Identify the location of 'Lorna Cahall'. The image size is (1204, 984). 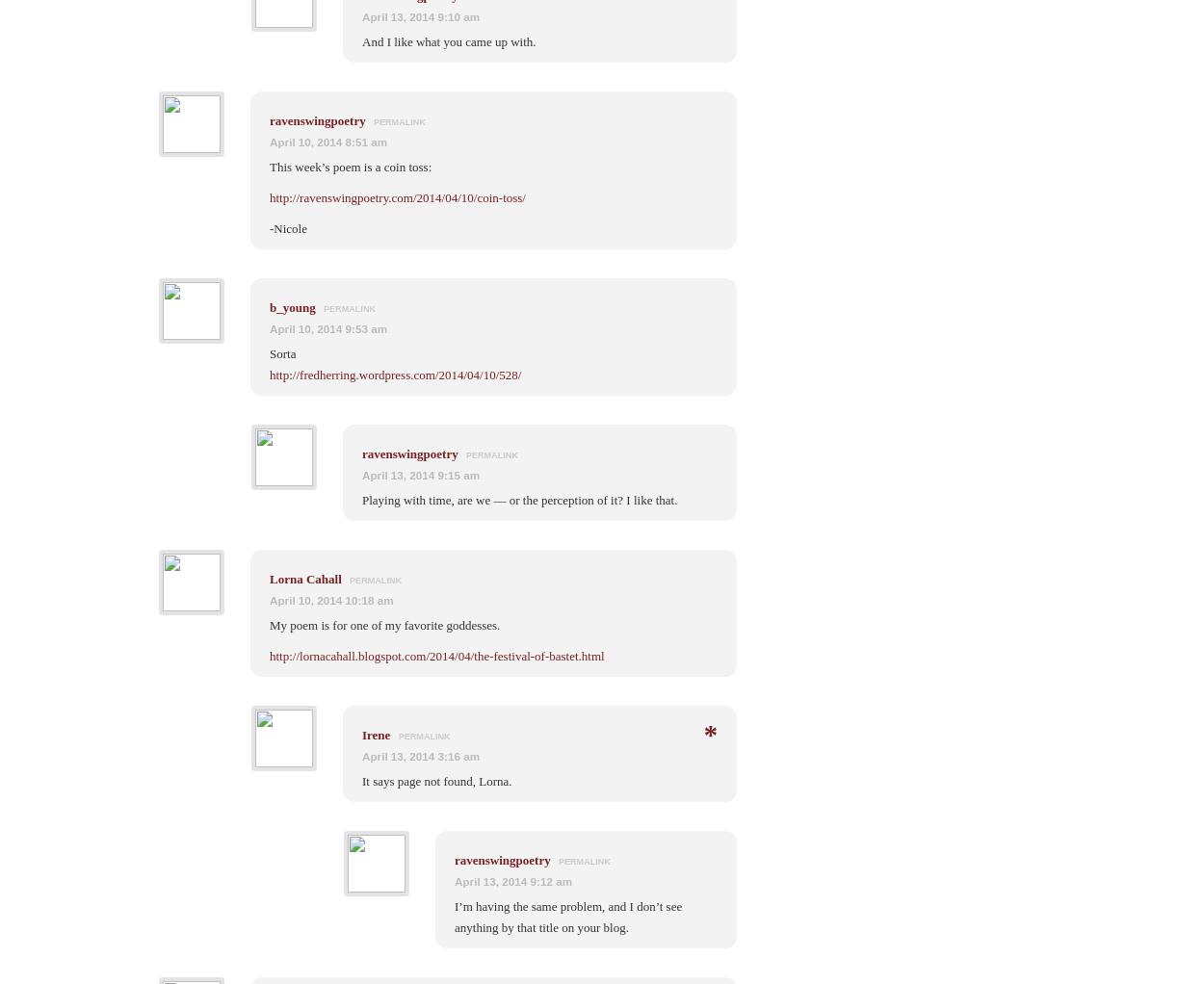
(270, 577).